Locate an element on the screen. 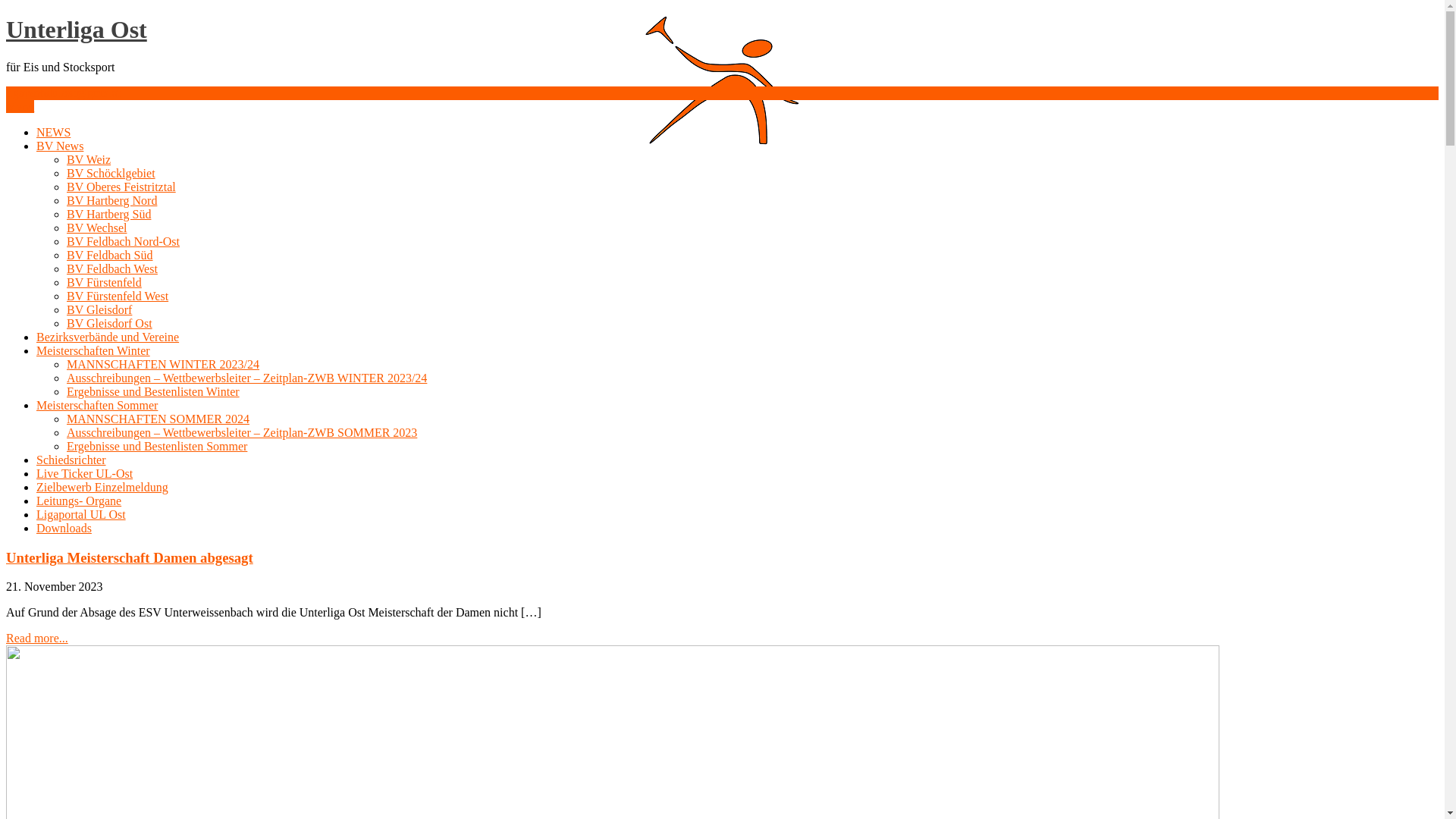  'MANNSCHAFTEN SOMMER 2024' is located at coordinates (158, 419).